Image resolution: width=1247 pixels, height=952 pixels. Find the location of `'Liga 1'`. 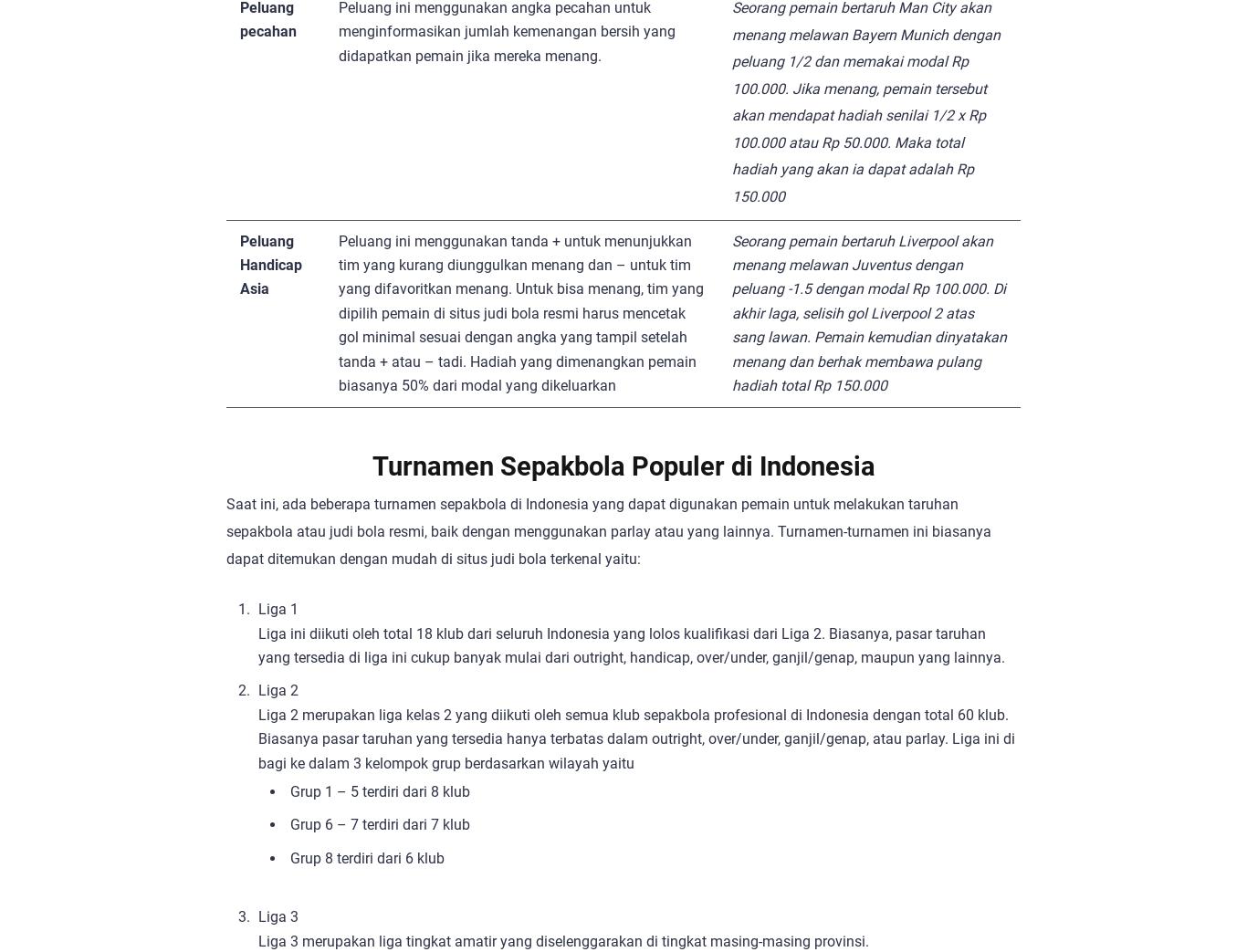

'Liga 1' is located at coordinates (278, 608).